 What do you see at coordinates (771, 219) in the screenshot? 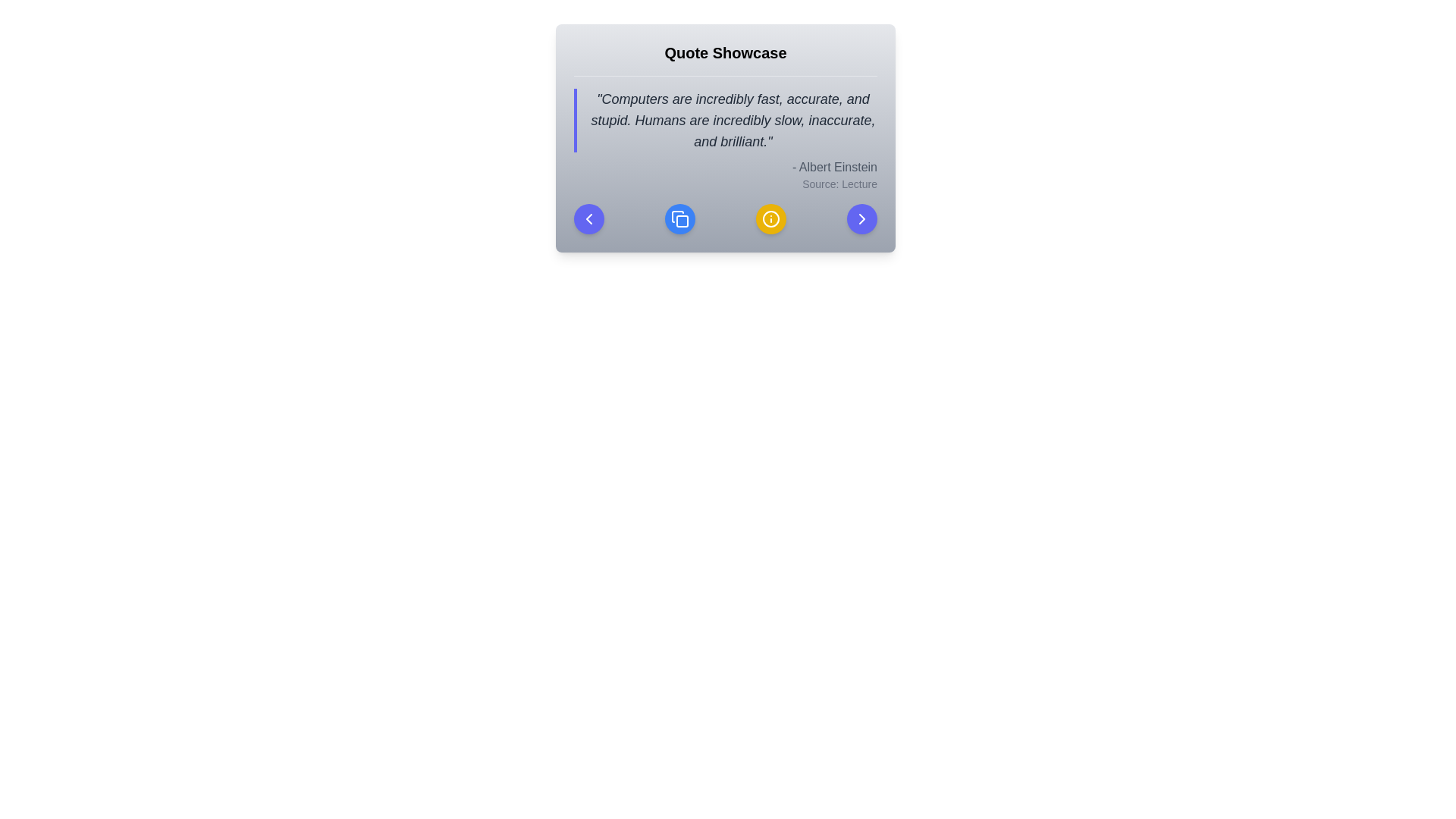
I see `the circular yellow button with a white outline and an information icon, which is the third button in a row at the bottom of the card, positioned between a blue copy button and a blue navigation button` at bounding box center [771, 219].